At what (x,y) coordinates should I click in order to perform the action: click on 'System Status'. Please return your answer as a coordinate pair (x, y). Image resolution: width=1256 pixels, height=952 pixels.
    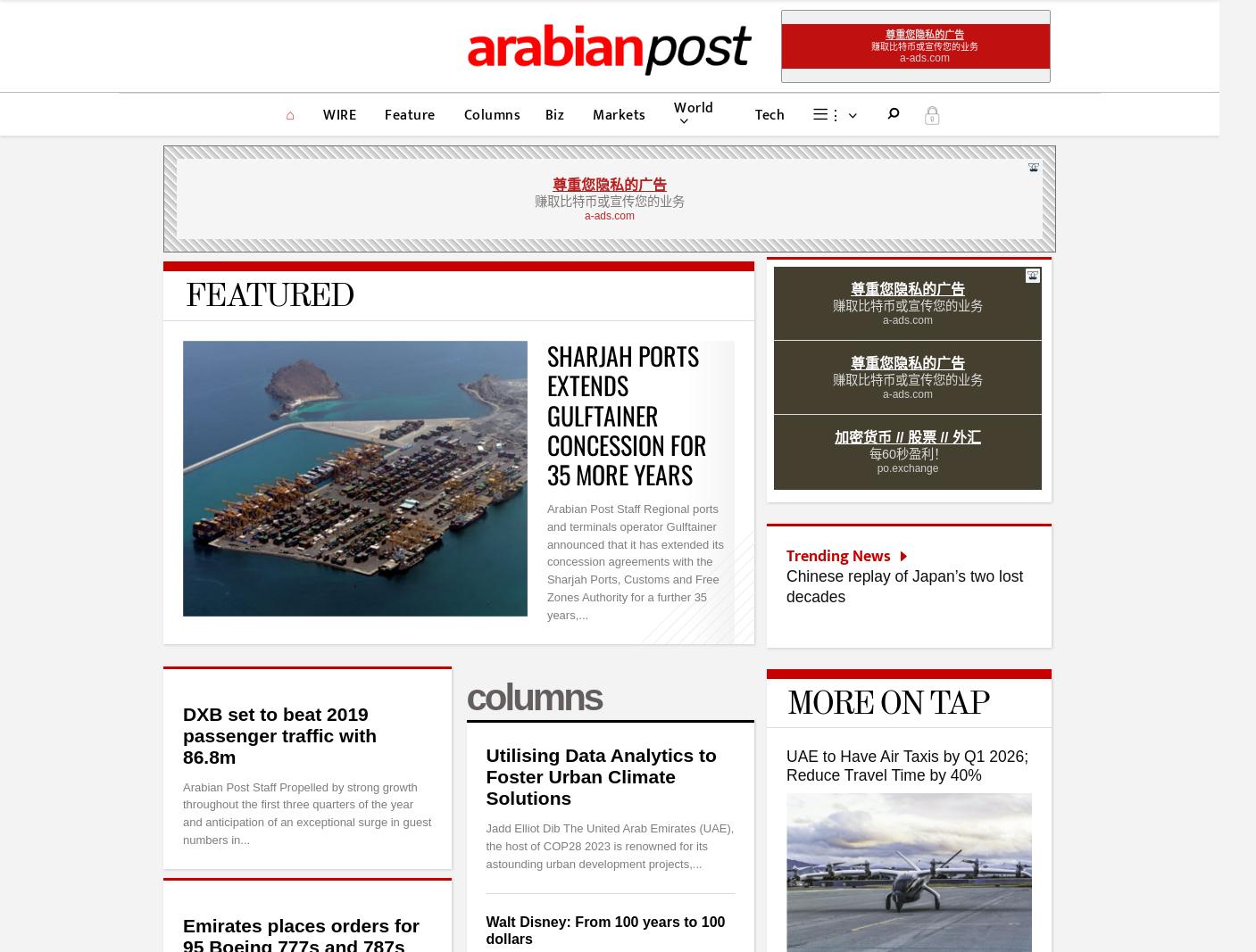
    Looking at the image, I should click on (892, 775).